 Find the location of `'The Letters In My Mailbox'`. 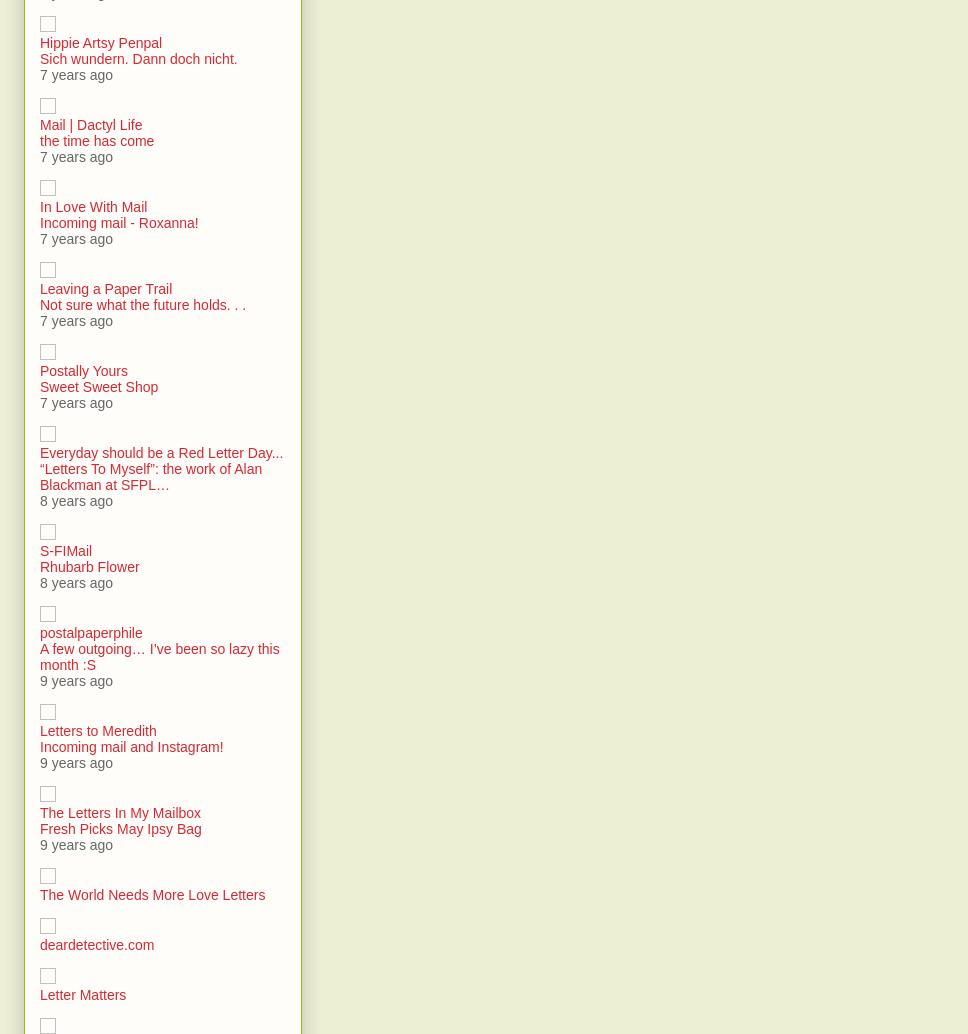

'The Letters In My Mailbox' is located at coordinates (120, 812).